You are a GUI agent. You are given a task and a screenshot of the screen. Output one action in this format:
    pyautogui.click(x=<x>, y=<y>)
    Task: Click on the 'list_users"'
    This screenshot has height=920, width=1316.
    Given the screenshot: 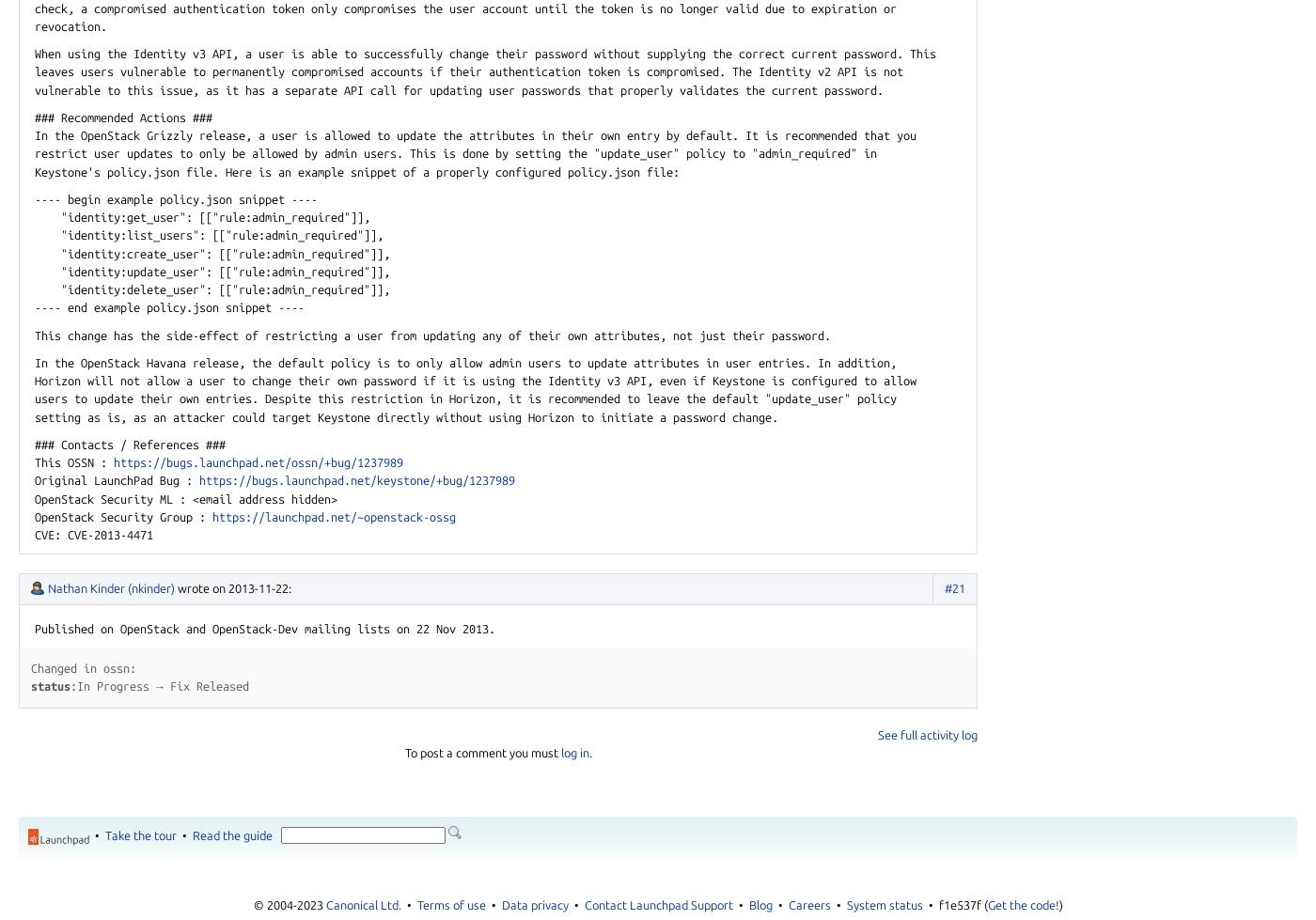 What is the action you would take?
    pyautogui.click(x=163, y=235)
    